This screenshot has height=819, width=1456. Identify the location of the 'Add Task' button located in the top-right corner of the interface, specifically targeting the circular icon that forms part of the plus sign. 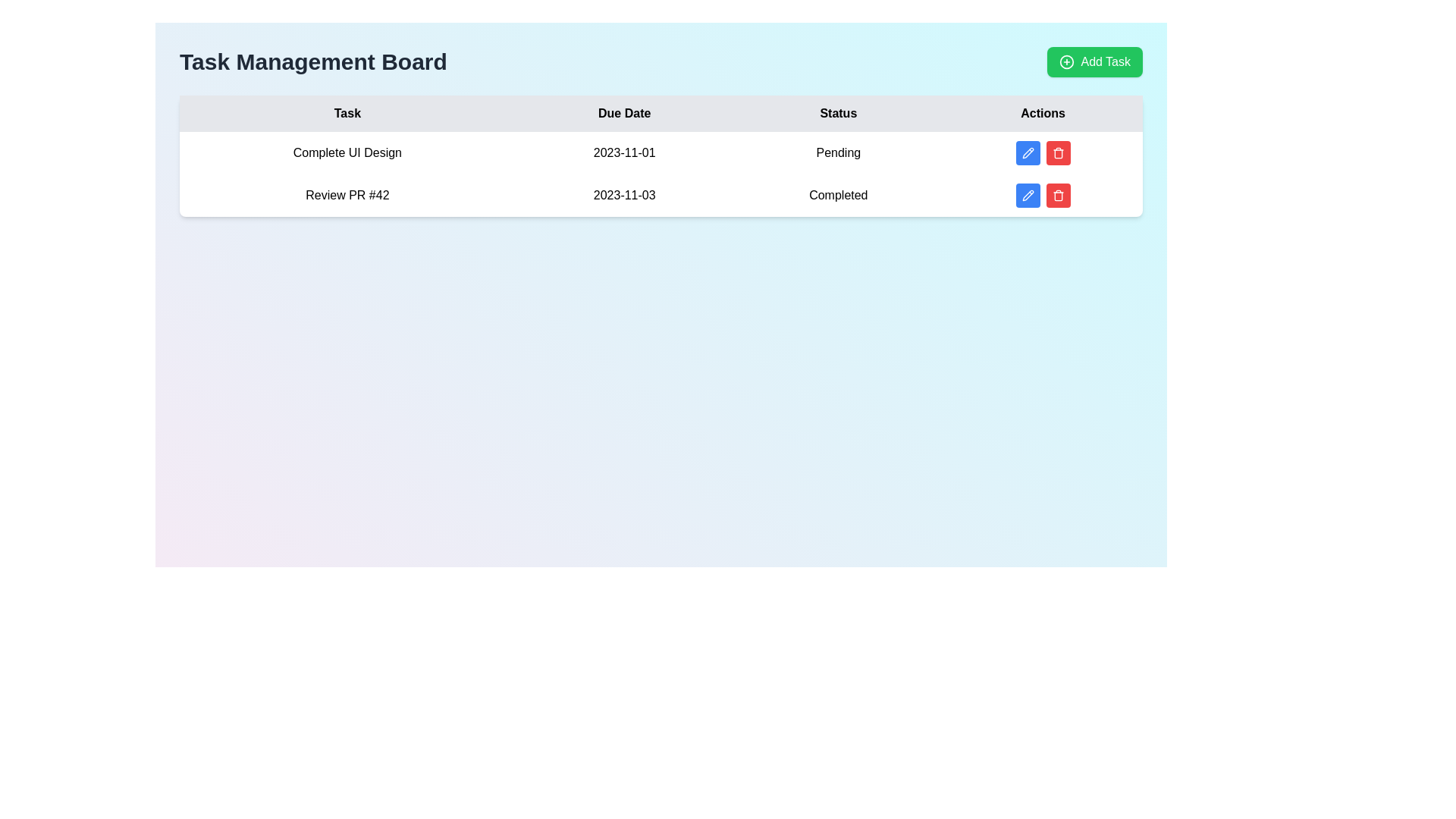
(1066, 61).